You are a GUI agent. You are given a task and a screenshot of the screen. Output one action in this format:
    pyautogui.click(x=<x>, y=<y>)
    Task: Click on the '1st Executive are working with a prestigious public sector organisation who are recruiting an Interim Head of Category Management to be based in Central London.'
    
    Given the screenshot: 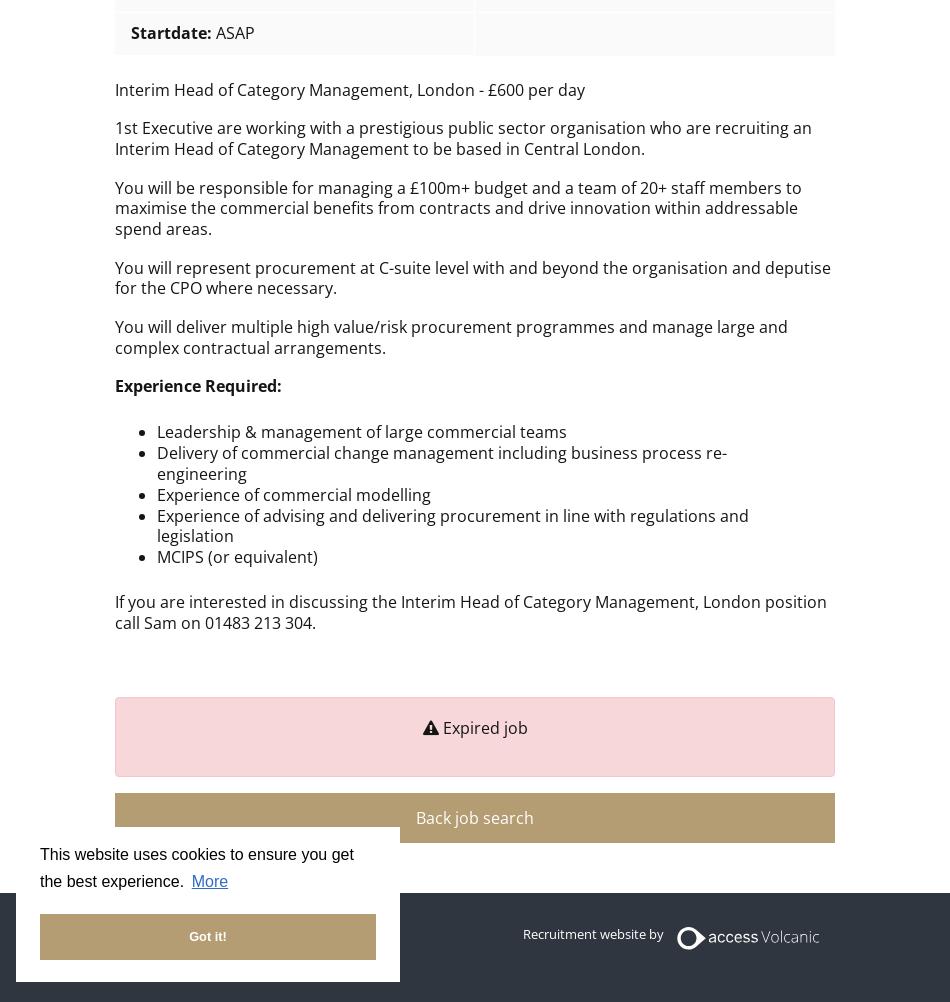 What is the action you would take?
    pyautogui.click(x=462, y=137)
    